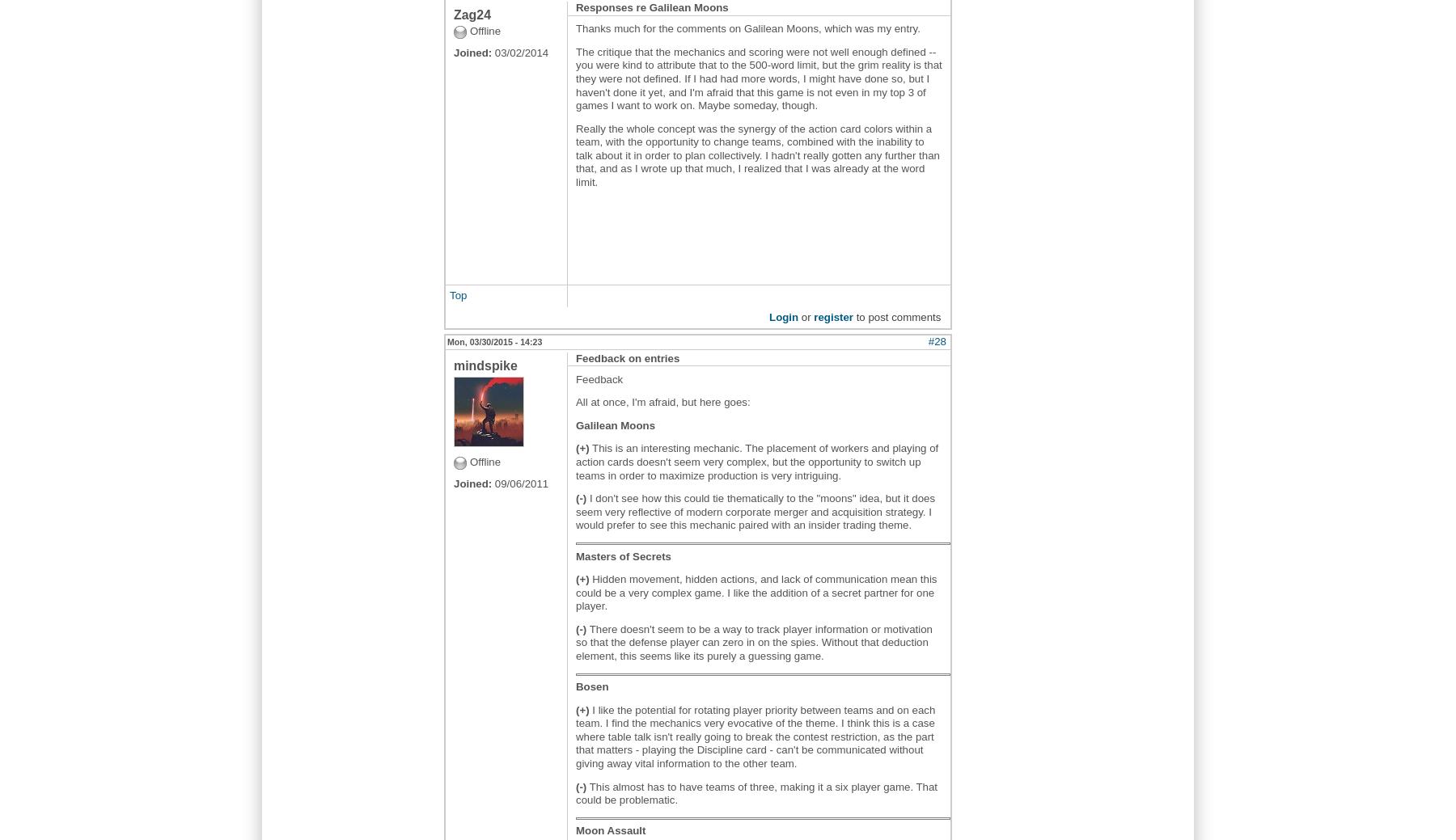 The height and width of the screenshot is (840, 1456). Describe the element at coordinates (652, 6) in the screenshot. I see `'Responses re Galilean Moons'` at that location.